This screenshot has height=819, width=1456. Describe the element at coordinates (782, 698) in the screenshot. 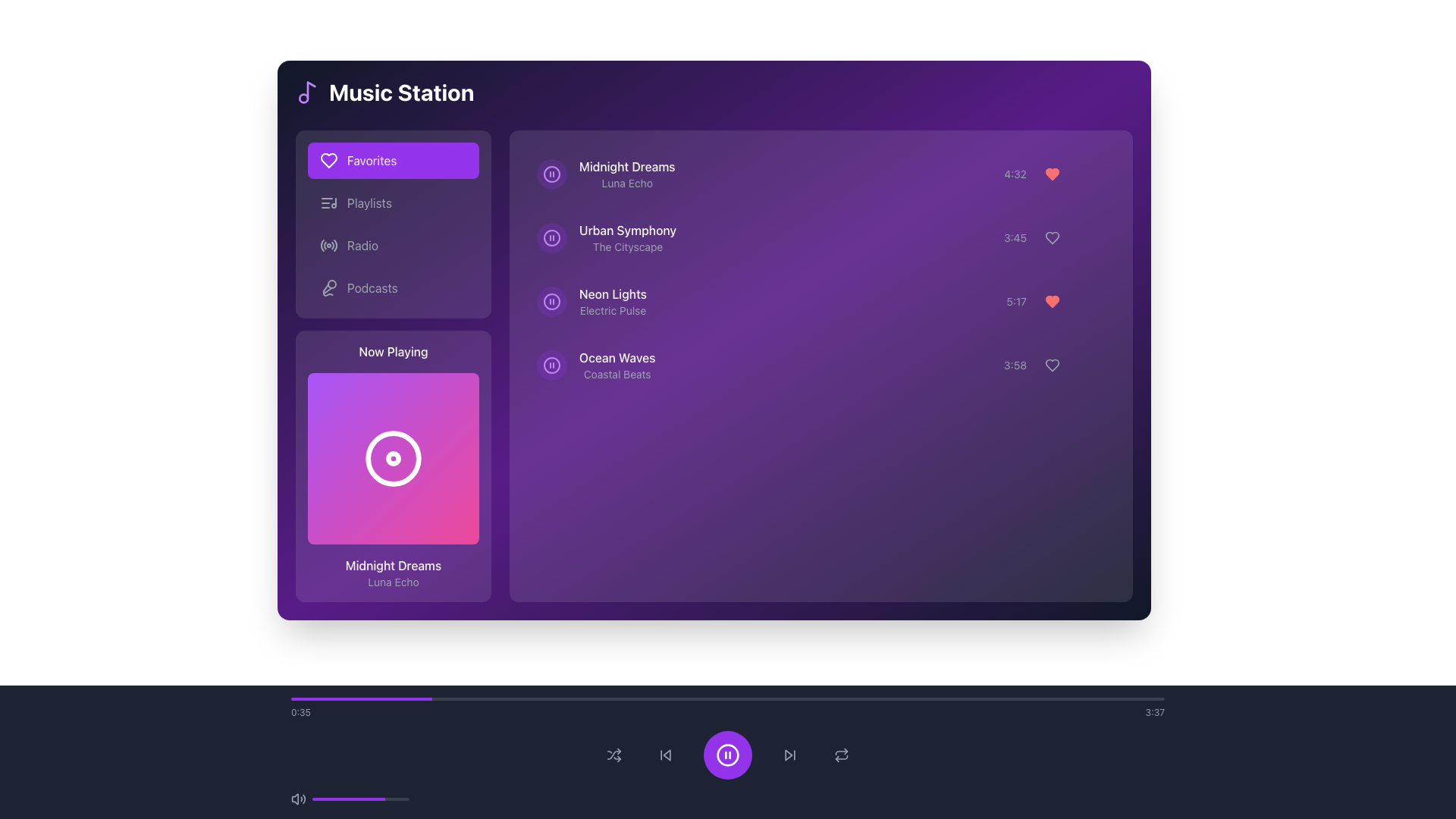

I see `playback position` at that location.